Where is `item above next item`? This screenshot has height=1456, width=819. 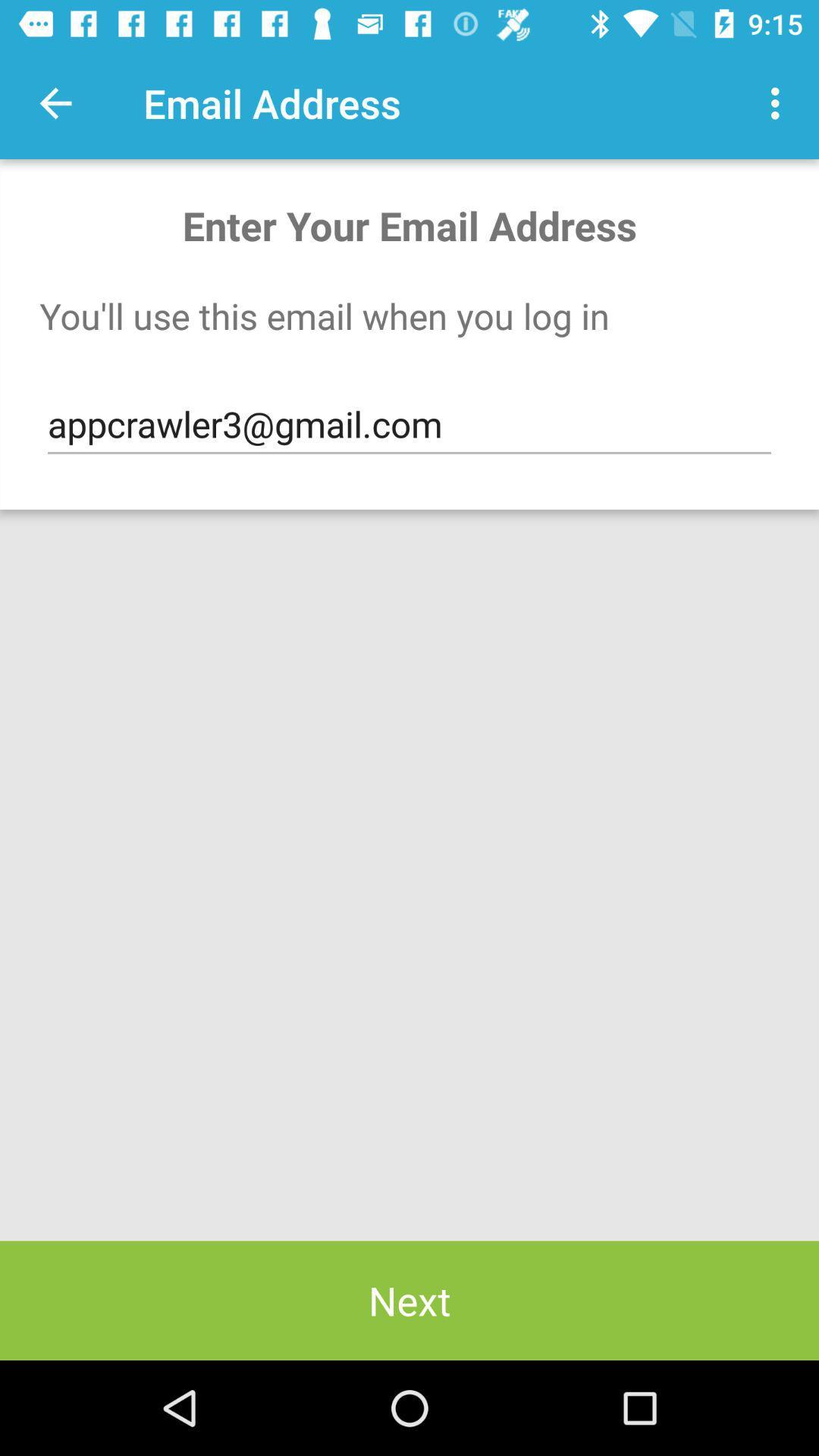 item above next item is located at coordinates (409, 425).